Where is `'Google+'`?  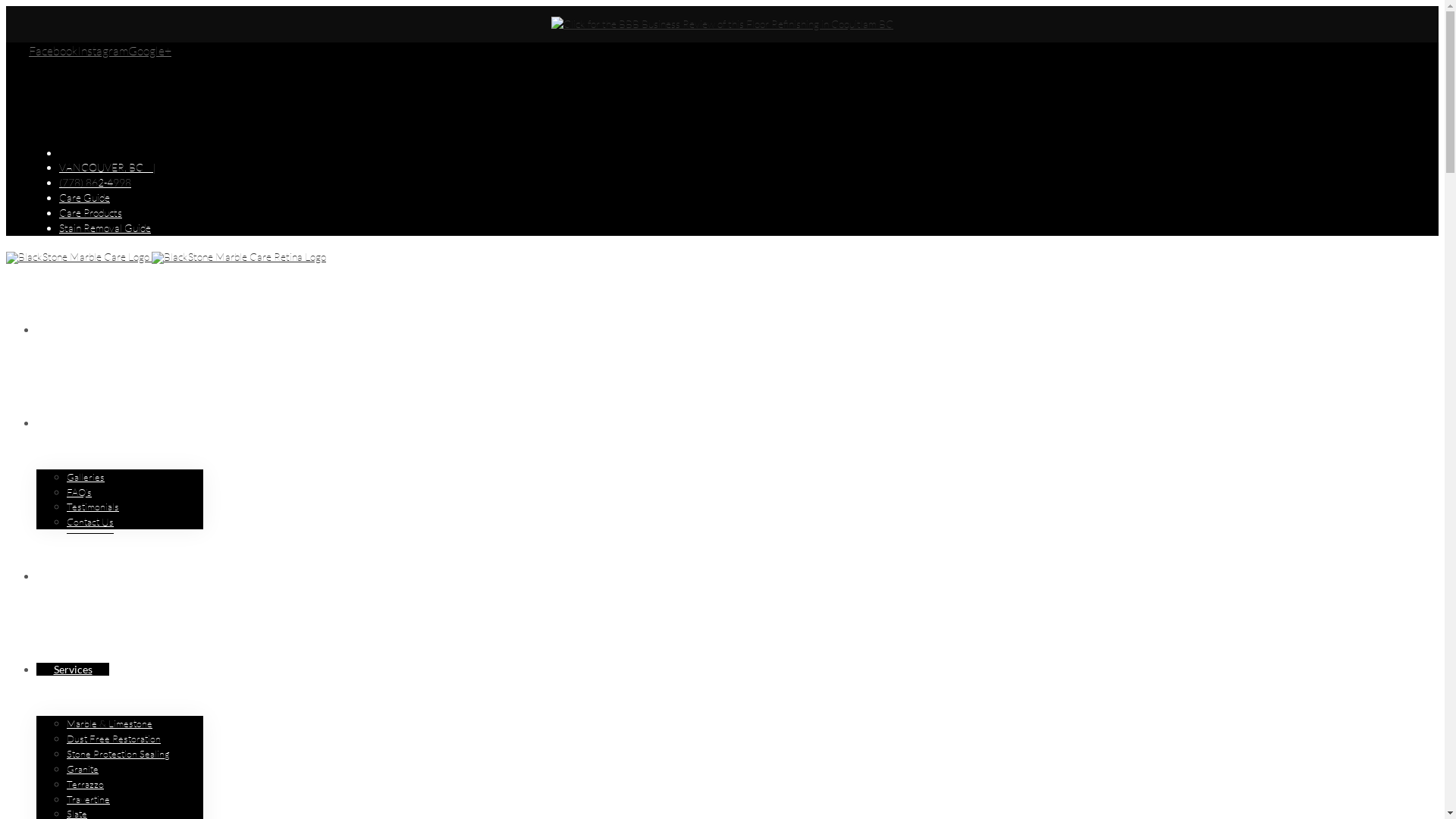 'Google+' is located at coordinates (127, 49).